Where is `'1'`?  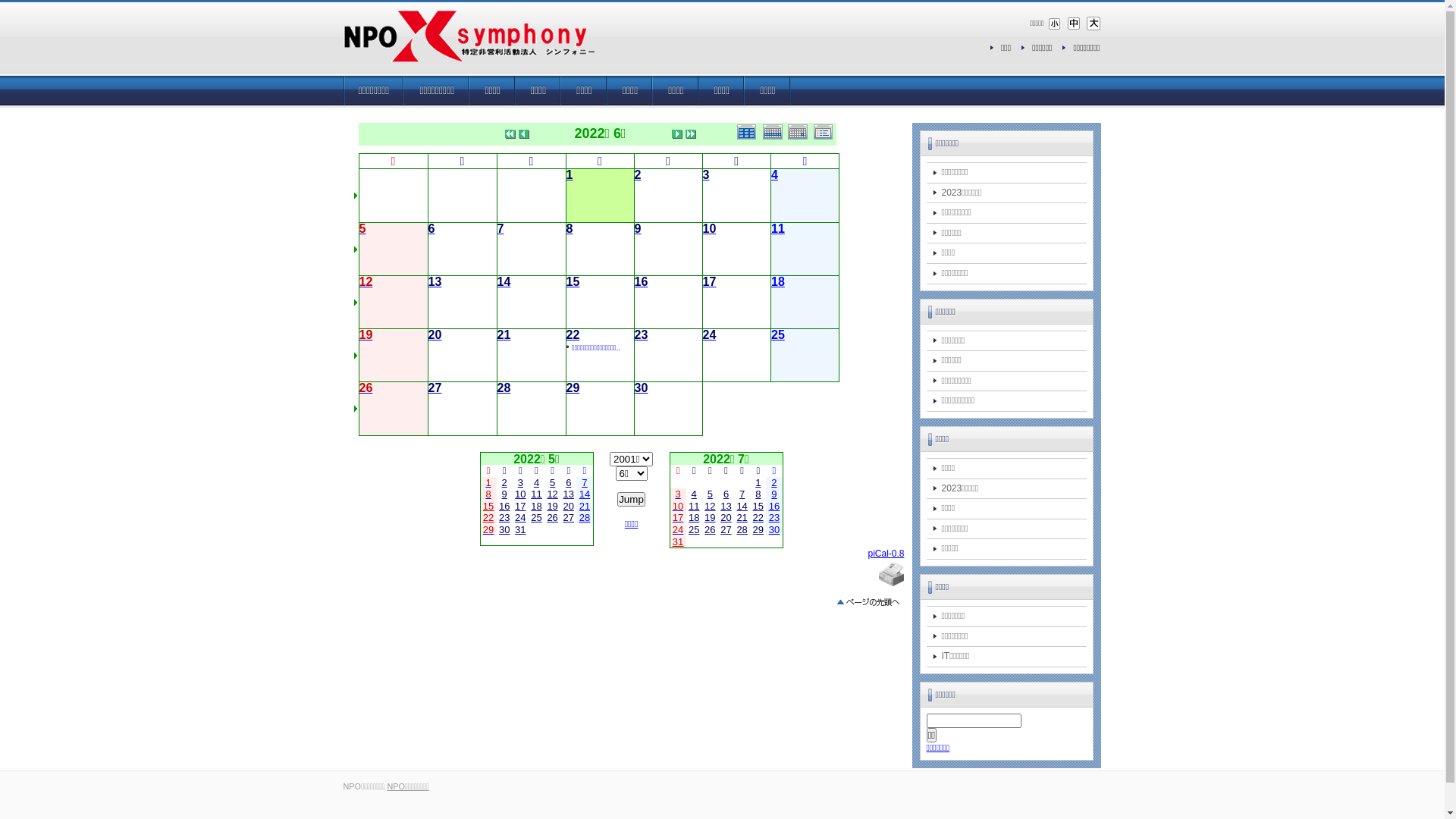
'1' is located at coordinates (568, 174).